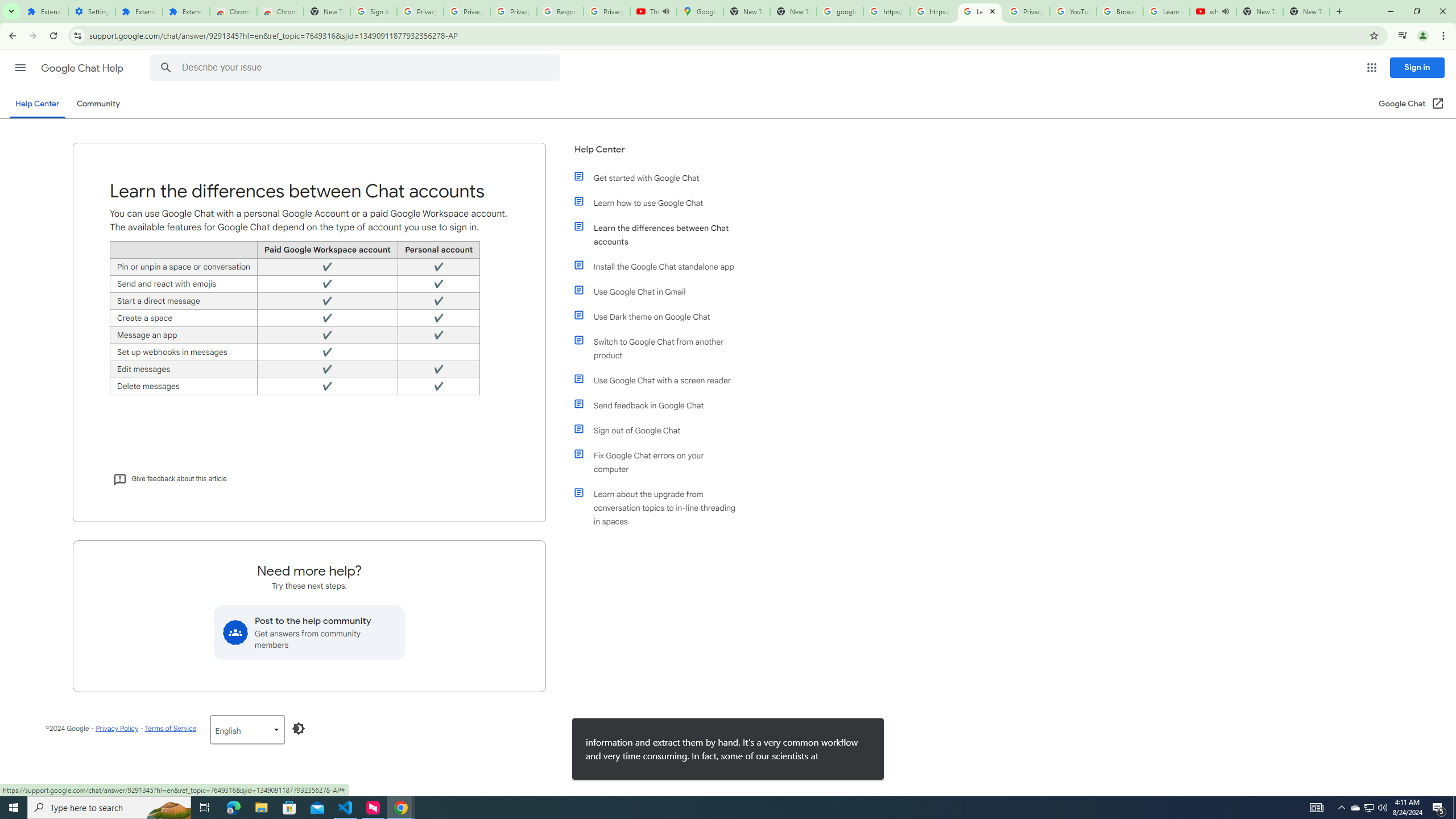 The width and height of the screenshot is (1456, 819). I want to click on 'Switch to Google Chat from another product', so click(661, 348).